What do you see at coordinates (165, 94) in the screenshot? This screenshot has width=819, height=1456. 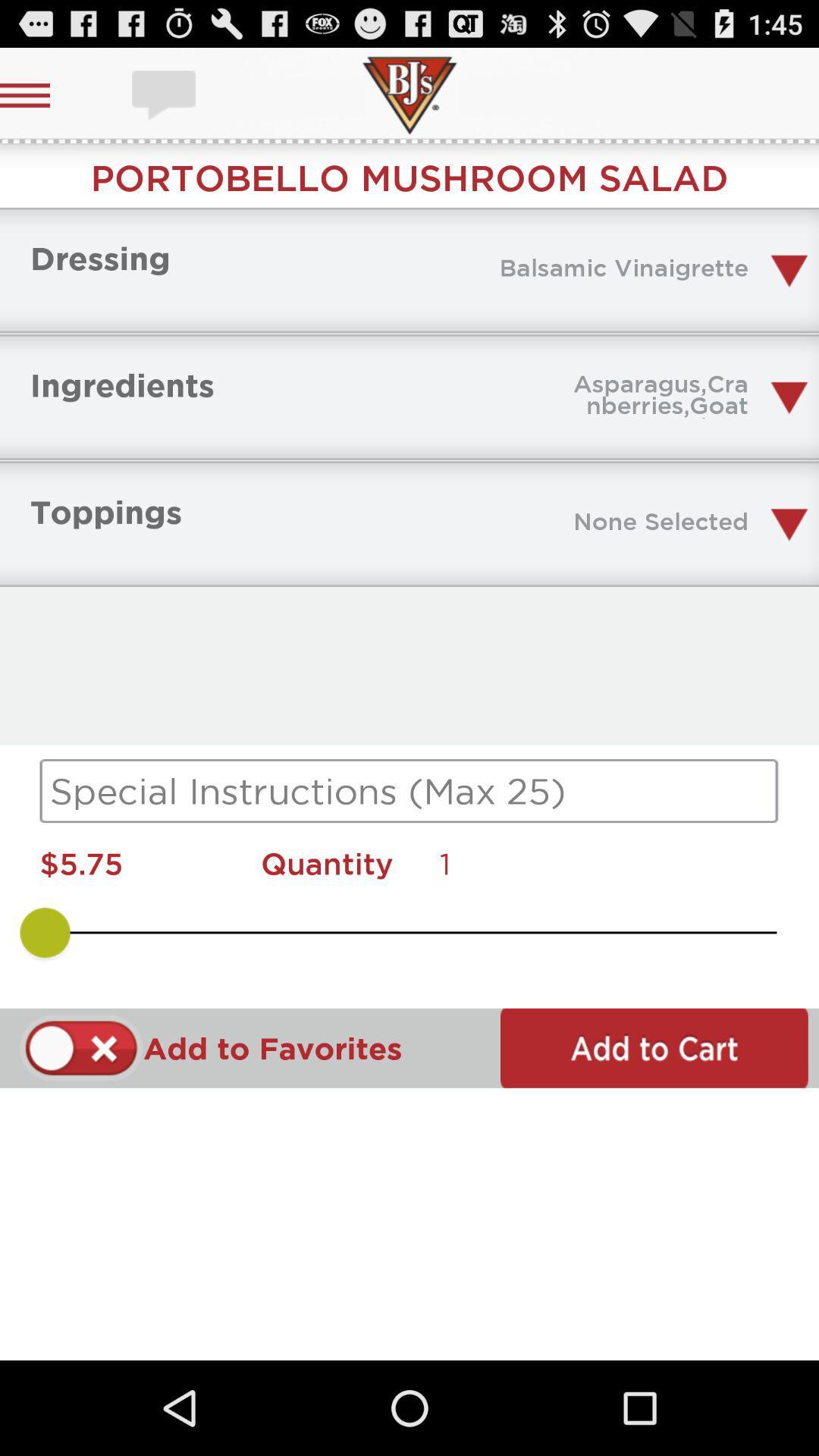 I see `the message icon` at bounding box center [165, 94].